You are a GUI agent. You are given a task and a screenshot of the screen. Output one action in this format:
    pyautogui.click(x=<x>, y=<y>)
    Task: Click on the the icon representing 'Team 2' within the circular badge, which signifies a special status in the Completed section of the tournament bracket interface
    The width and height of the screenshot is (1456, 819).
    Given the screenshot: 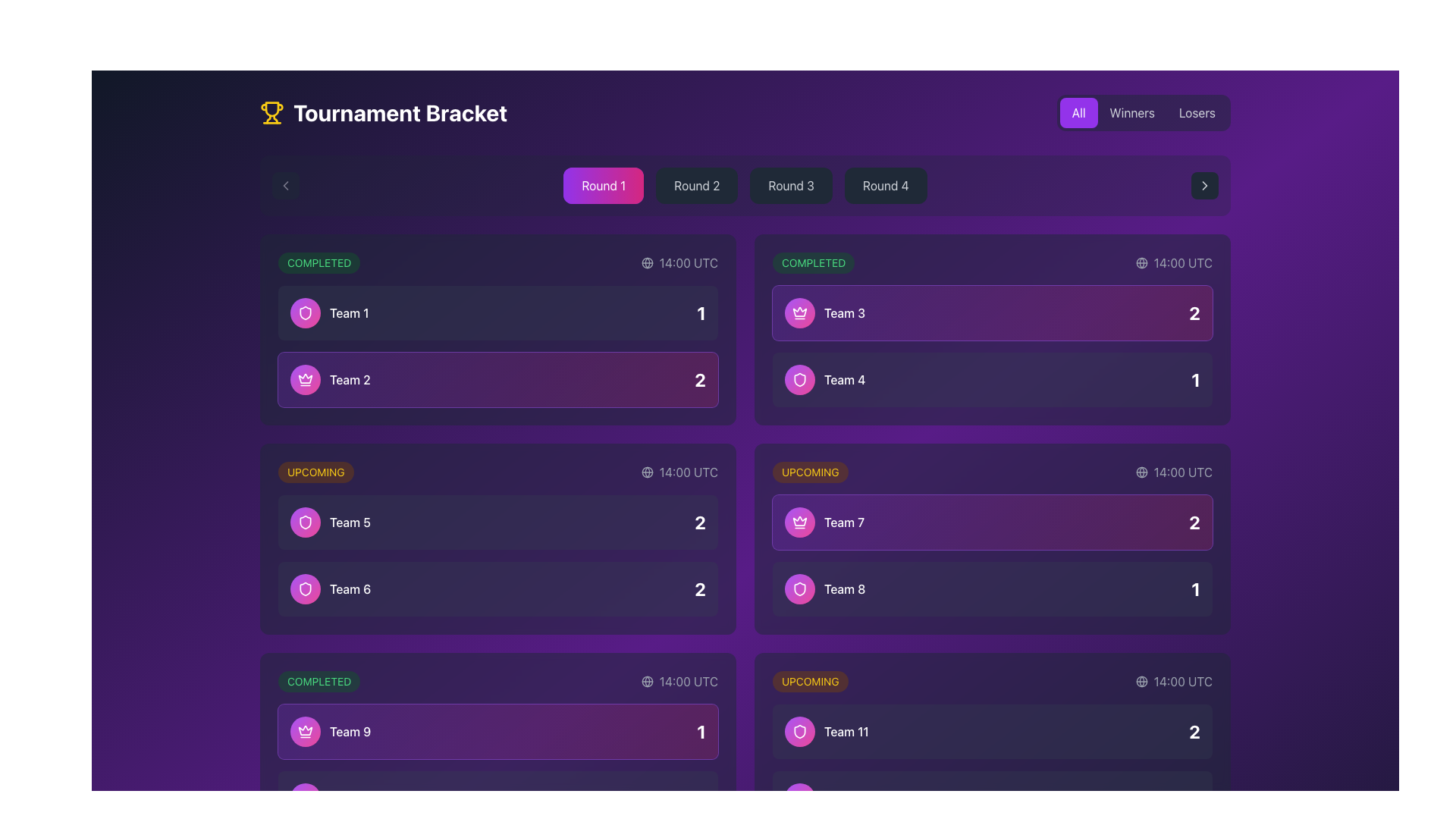 What is the action you would take?
    pyautogui.click(x=305, y=379)
    